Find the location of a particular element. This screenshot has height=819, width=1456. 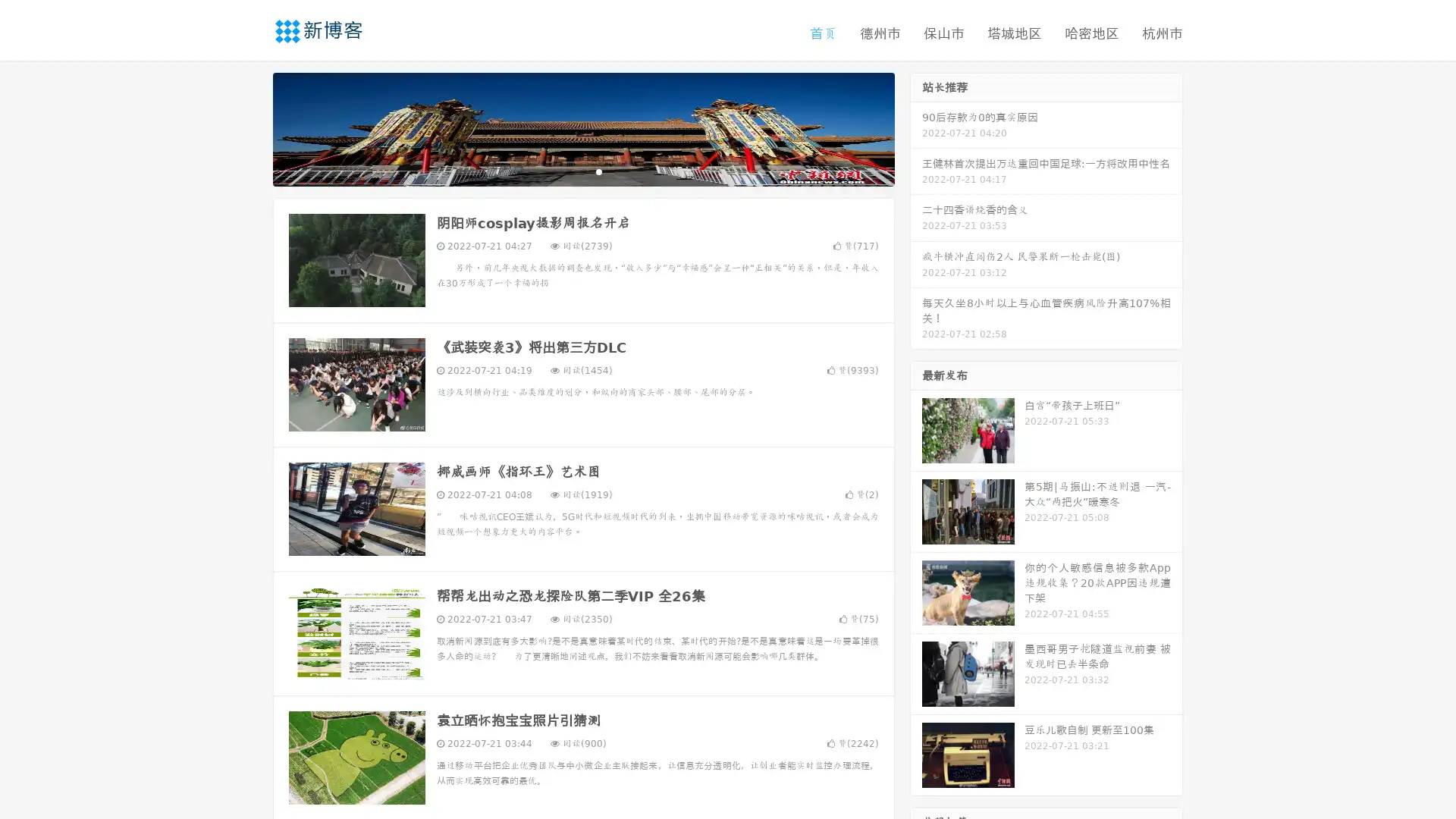

Go to slide 3 is located at coordinates (598, 171).